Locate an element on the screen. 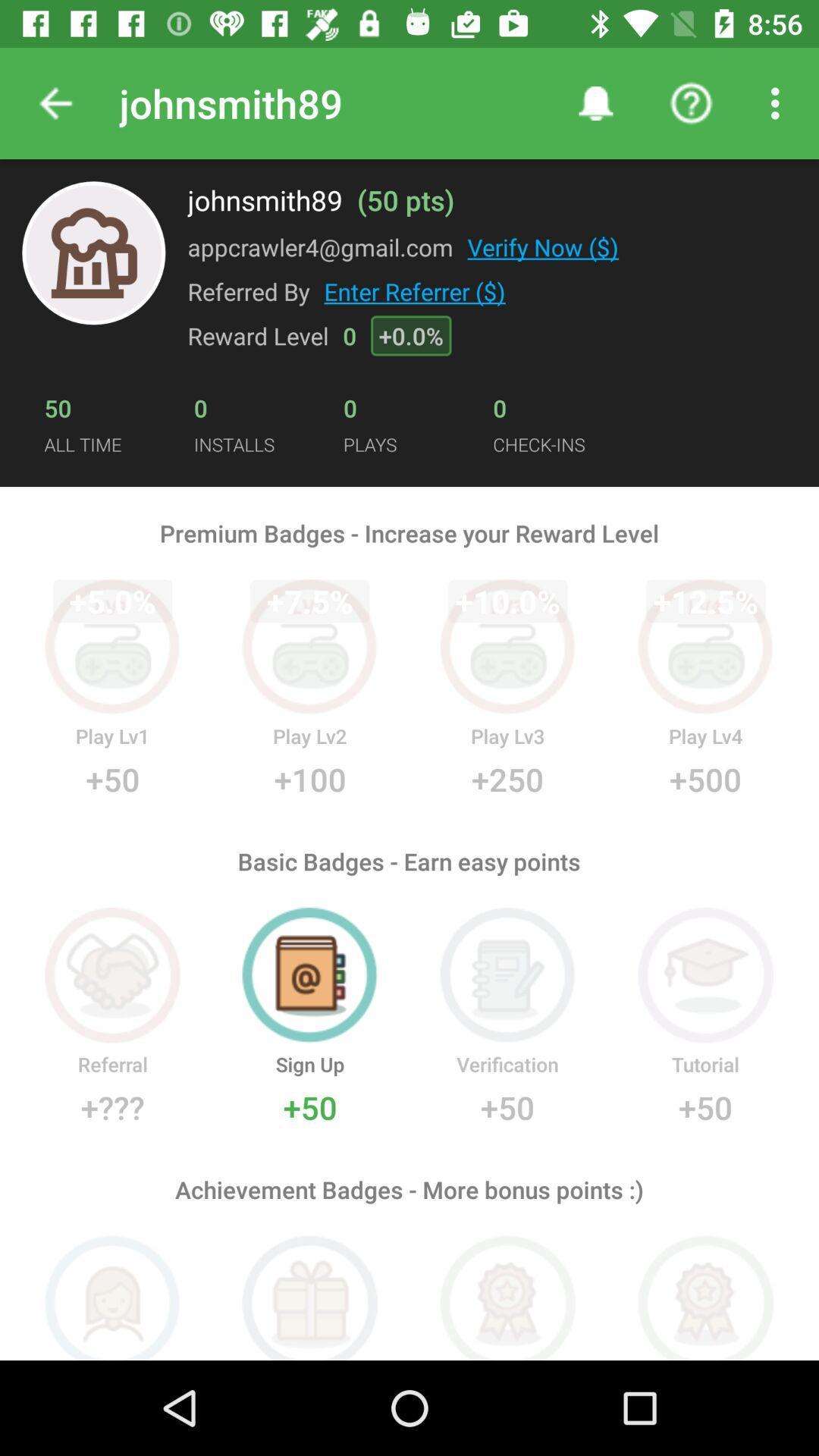 The image size is (819, 1456). the photo icon is located at coordinates (93, 253).